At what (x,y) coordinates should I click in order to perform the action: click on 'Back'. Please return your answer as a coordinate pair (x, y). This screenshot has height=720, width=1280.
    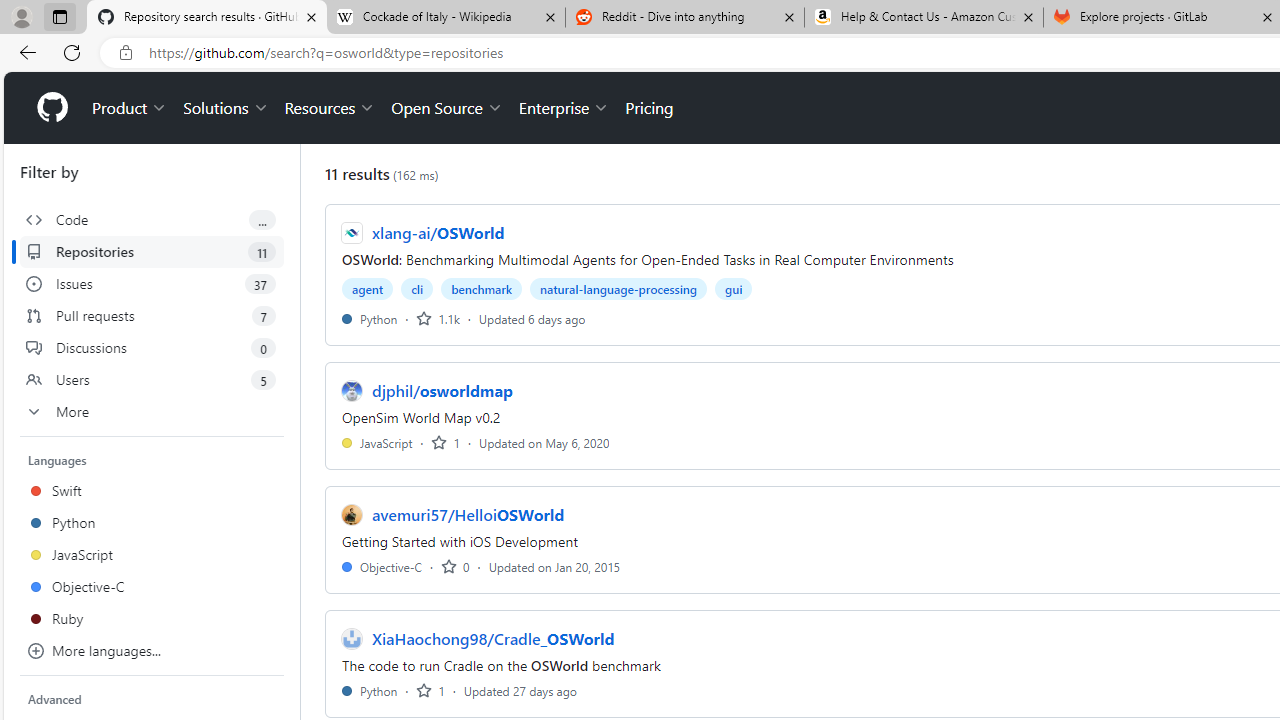
    Looking at the image, I should click on (24, 51).